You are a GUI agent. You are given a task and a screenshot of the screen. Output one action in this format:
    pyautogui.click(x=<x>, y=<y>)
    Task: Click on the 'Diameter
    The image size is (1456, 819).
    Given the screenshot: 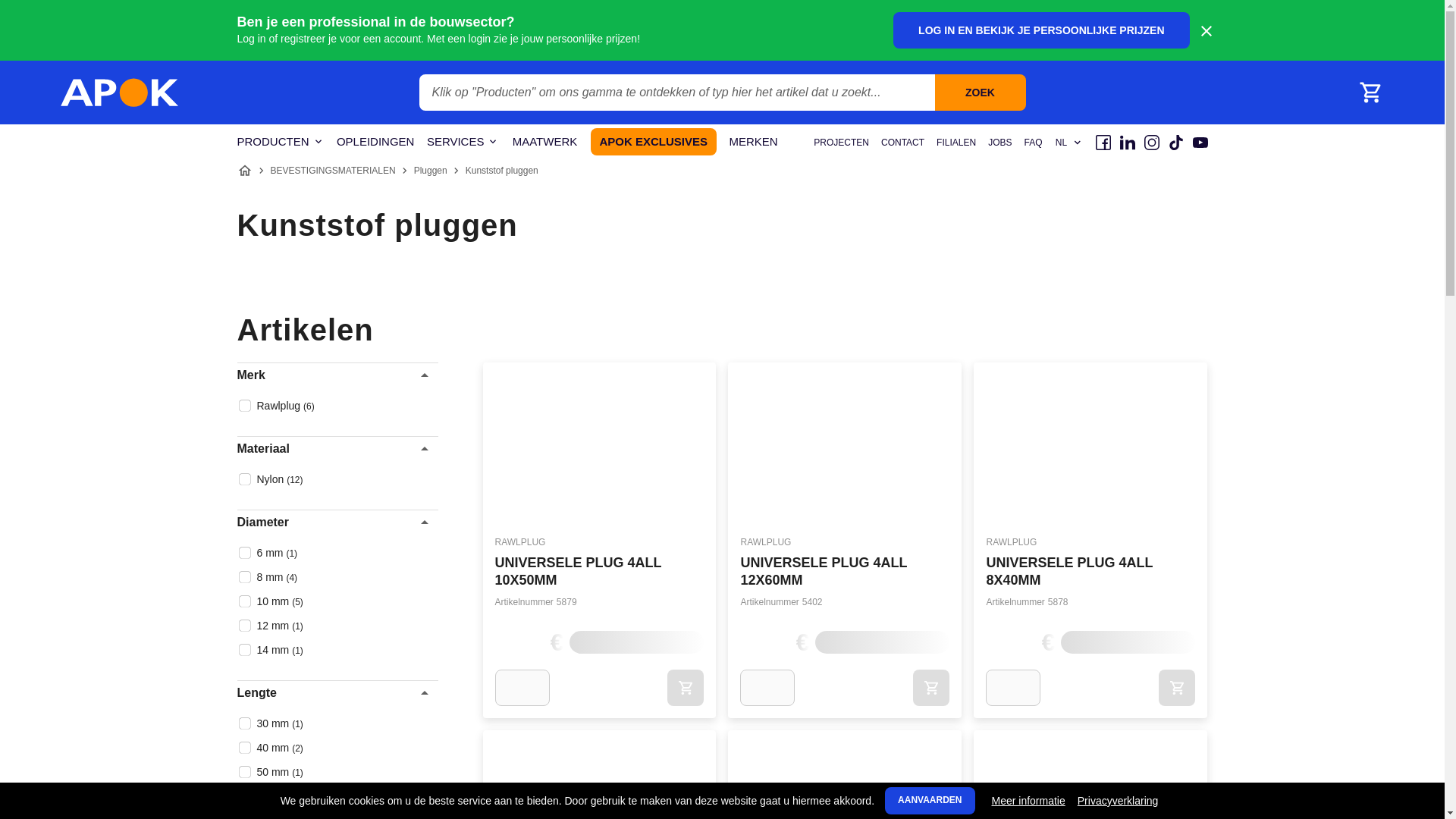 What is the action you would take?
    pyautogui.click(x=236, y=522)
    